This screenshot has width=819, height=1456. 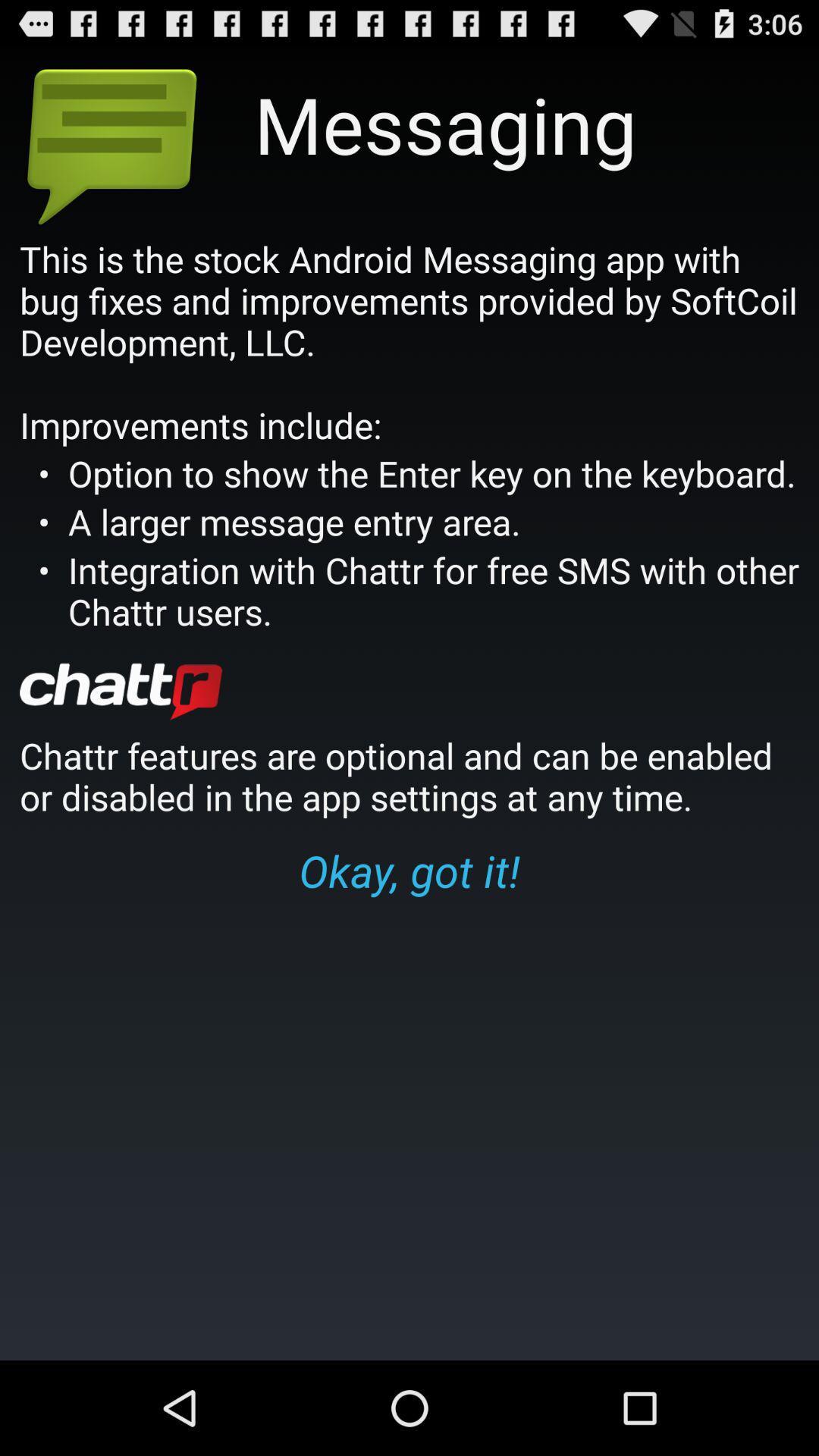 What do you see at coordinates (409, 870) in the screenshot?
I see `the item below chattr features are icon` at bounding box center [409, 870].